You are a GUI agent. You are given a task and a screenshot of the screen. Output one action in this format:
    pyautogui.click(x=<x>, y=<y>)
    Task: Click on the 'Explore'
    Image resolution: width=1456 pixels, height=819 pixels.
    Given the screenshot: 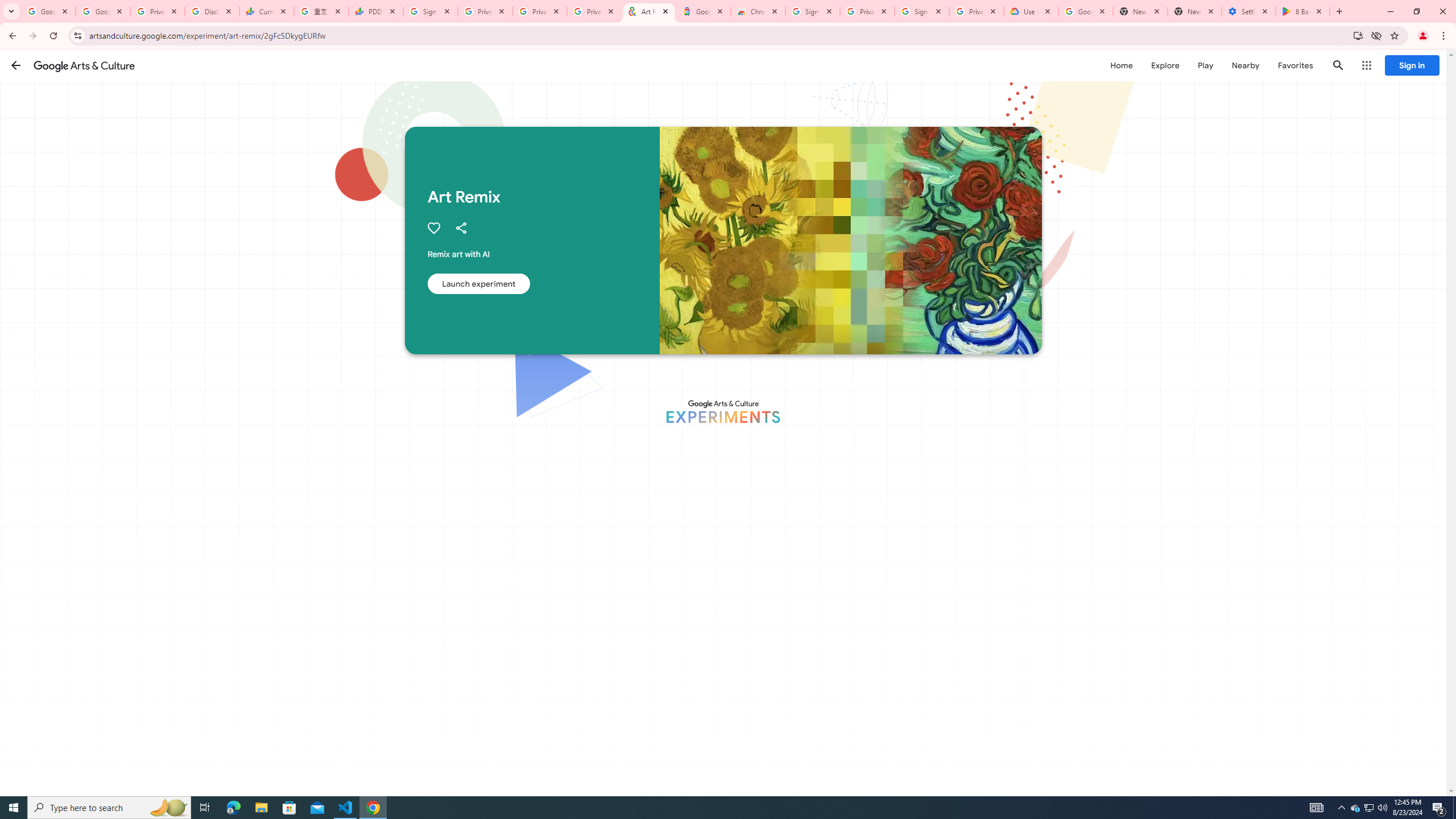 What is the action you would take?
    pyautogui.click(x=1164, y=65)
    